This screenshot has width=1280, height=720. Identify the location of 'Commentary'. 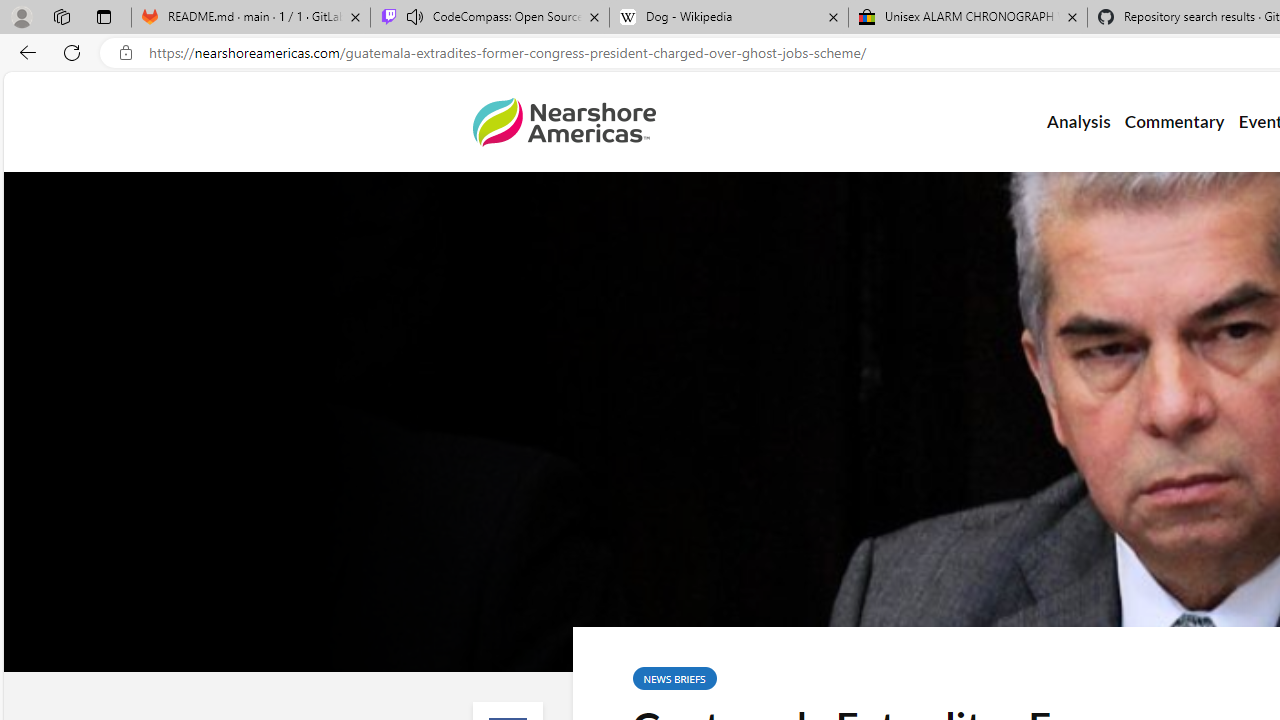
(1174, 122).